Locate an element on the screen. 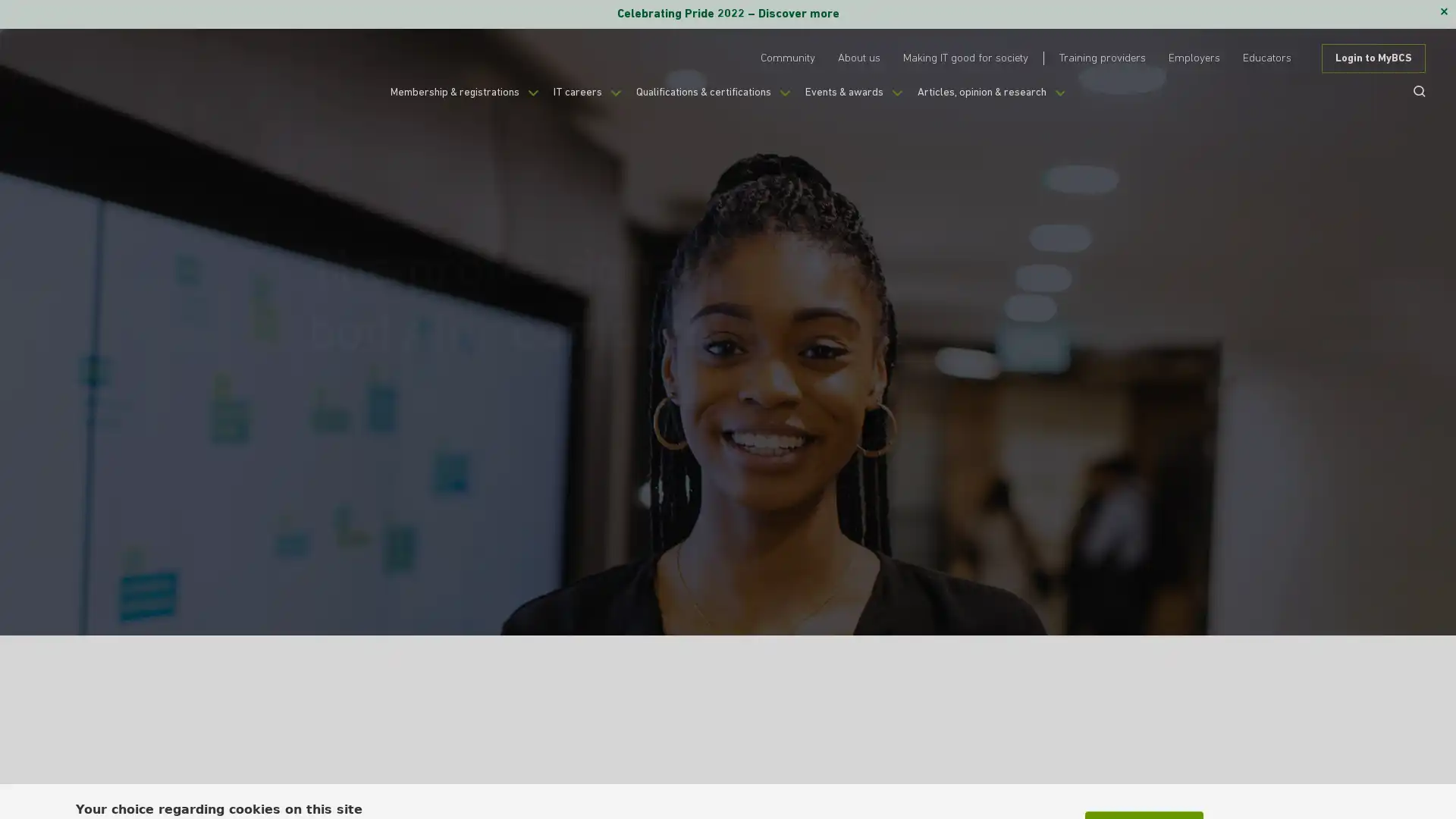  IT careers is located at coordinates (573, 100).